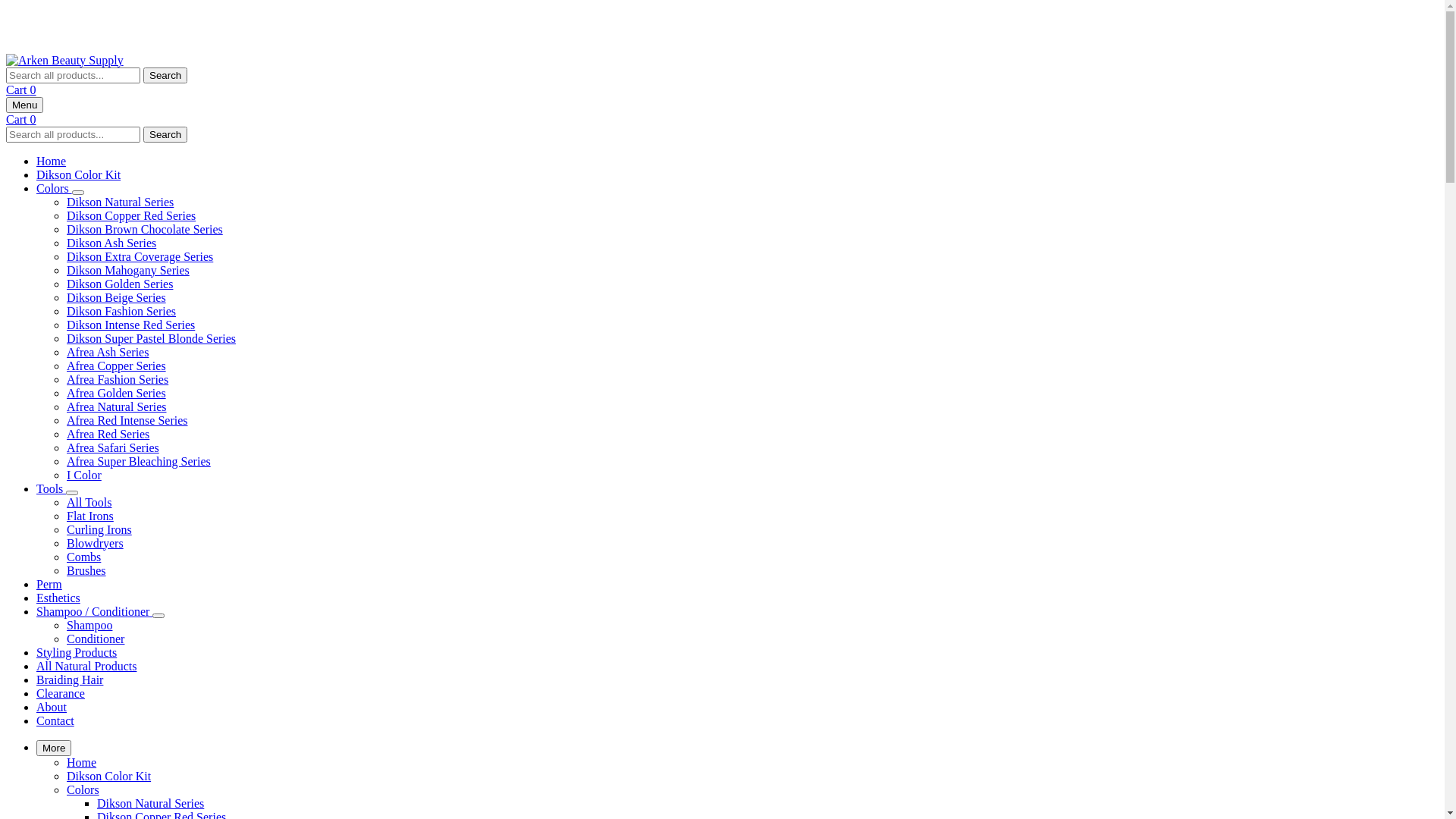 The width and height of the screenshot is (1456, 819). What do you see at coordinates (75, 651) in the screenshot?
I see `'Styling Products'` at bounding box center [75, 651].